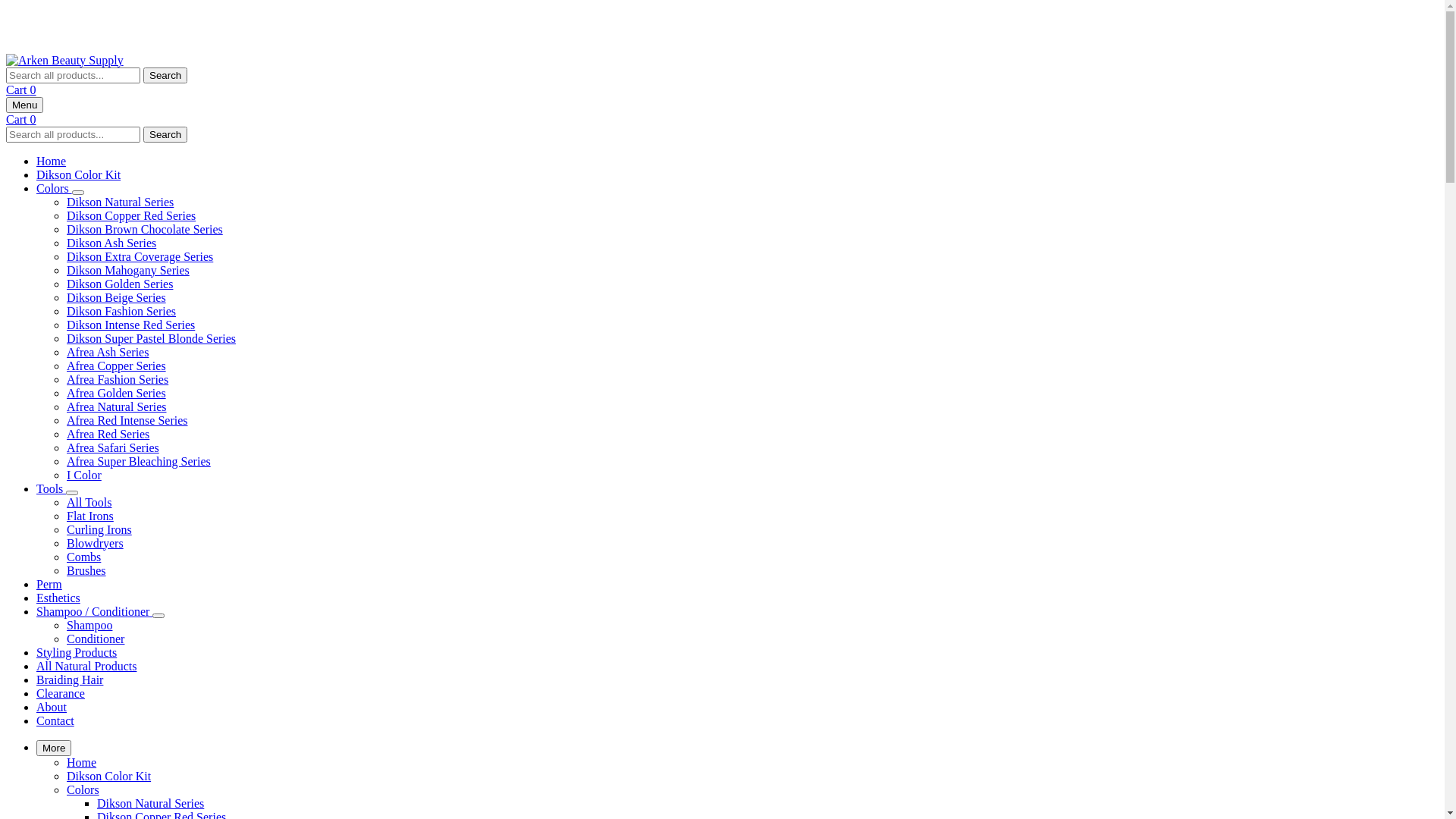 The width and height of the screenshot is (1456, 819). What do you see at coordinates (75, 651) in the screenshot?
I see `'Styling Products'` at bounding box center [75, 651].